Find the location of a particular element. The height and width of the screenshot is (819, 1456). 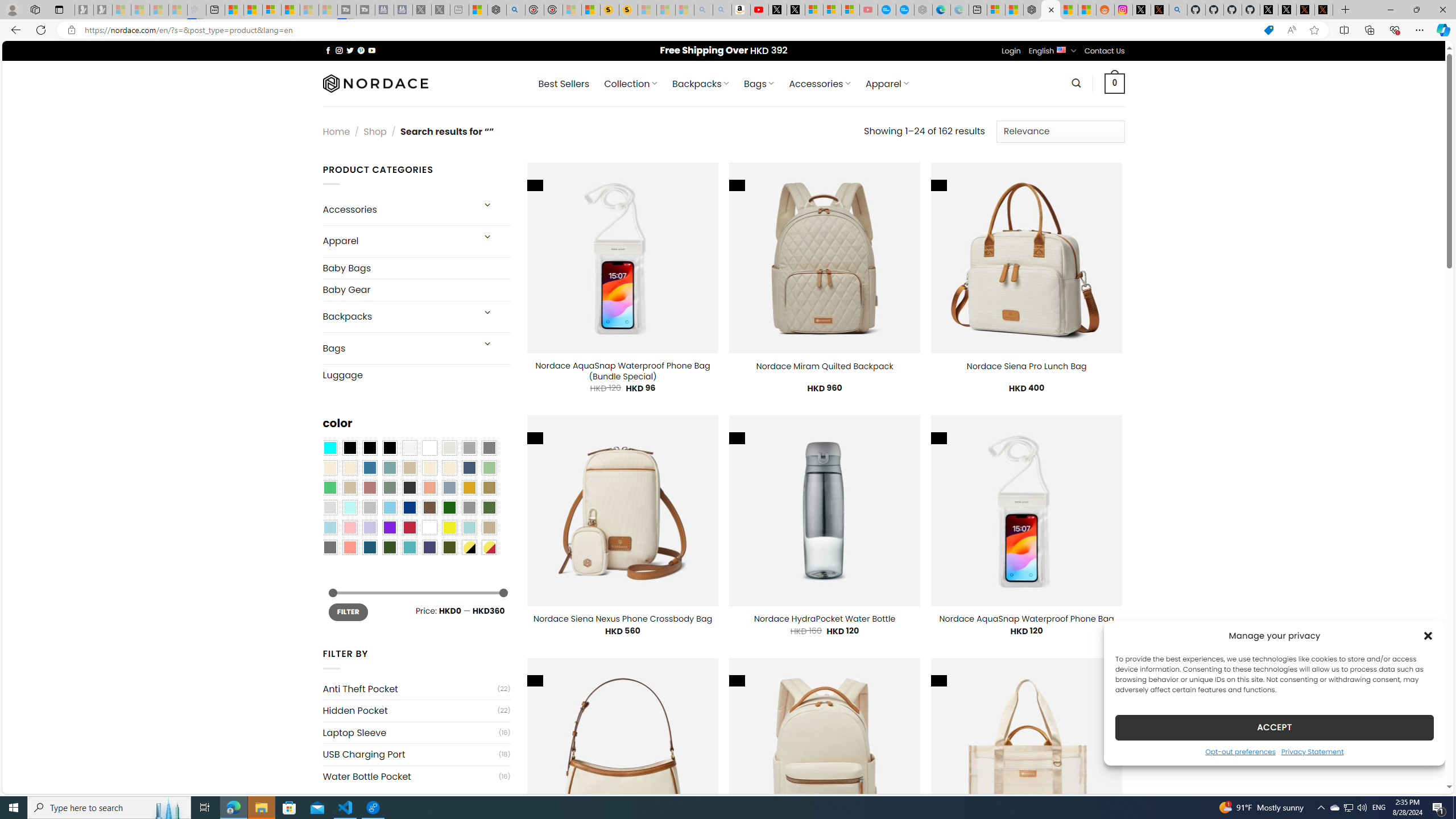

'Tab actions menu' is located at coordinates (58, 9).